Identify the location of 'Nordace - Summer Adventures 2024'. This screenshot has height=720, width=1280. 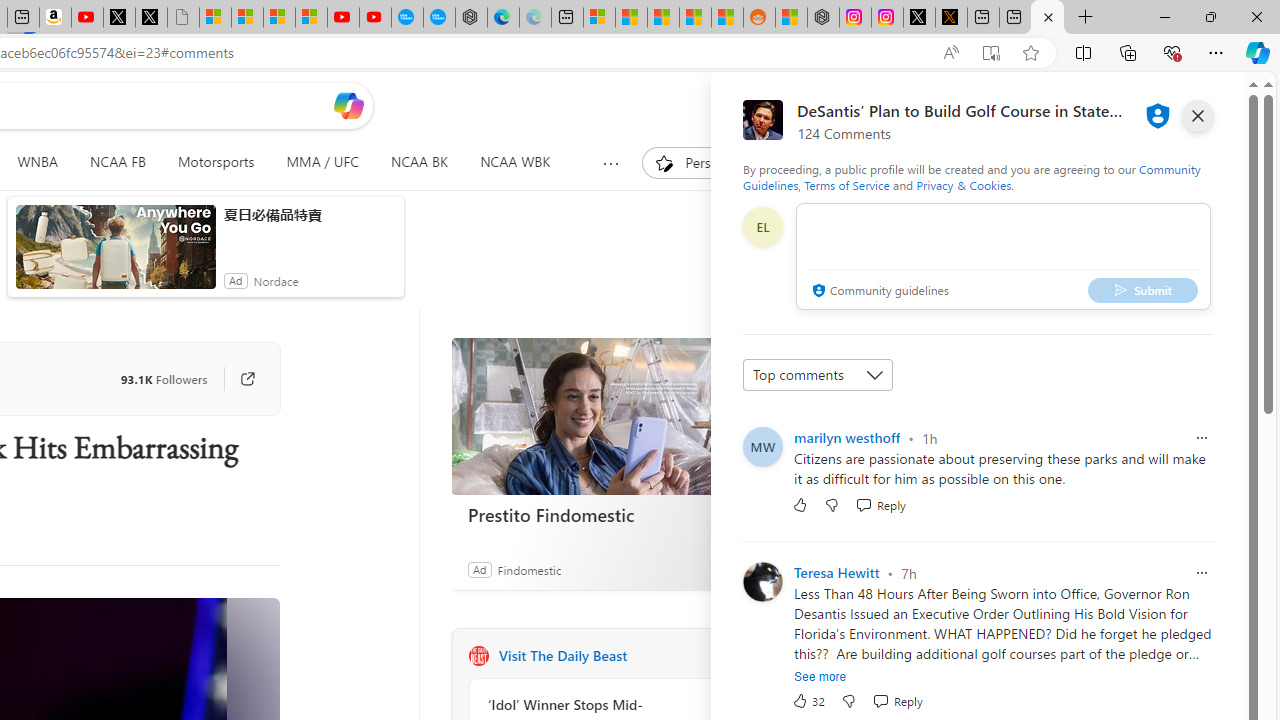
(823, 17).